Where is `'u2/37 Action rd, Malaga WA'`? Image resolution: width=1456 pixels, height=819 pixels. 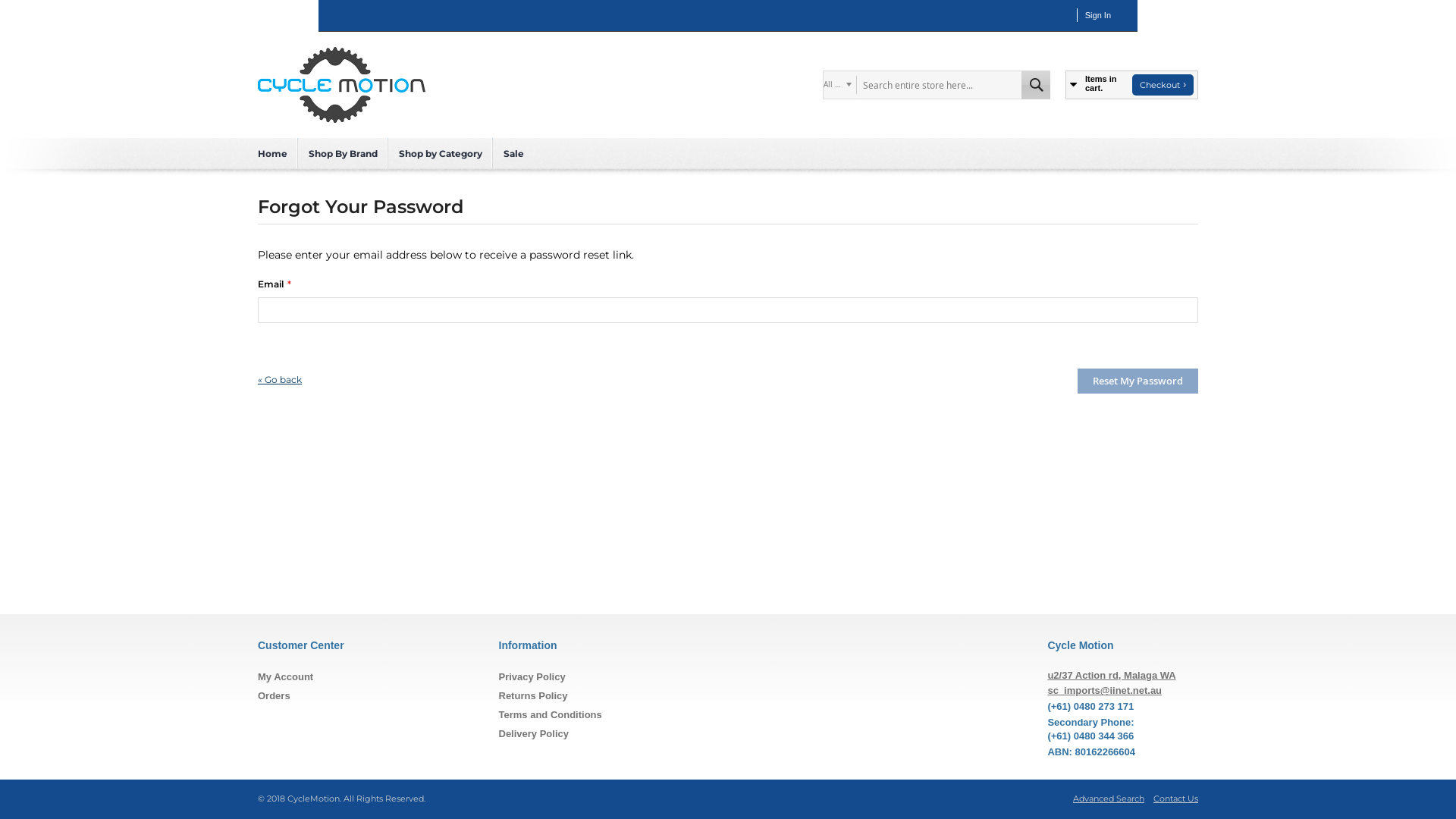 'u2/37 Action rd, Malaga WA' is located at coordinates (1046, 674).